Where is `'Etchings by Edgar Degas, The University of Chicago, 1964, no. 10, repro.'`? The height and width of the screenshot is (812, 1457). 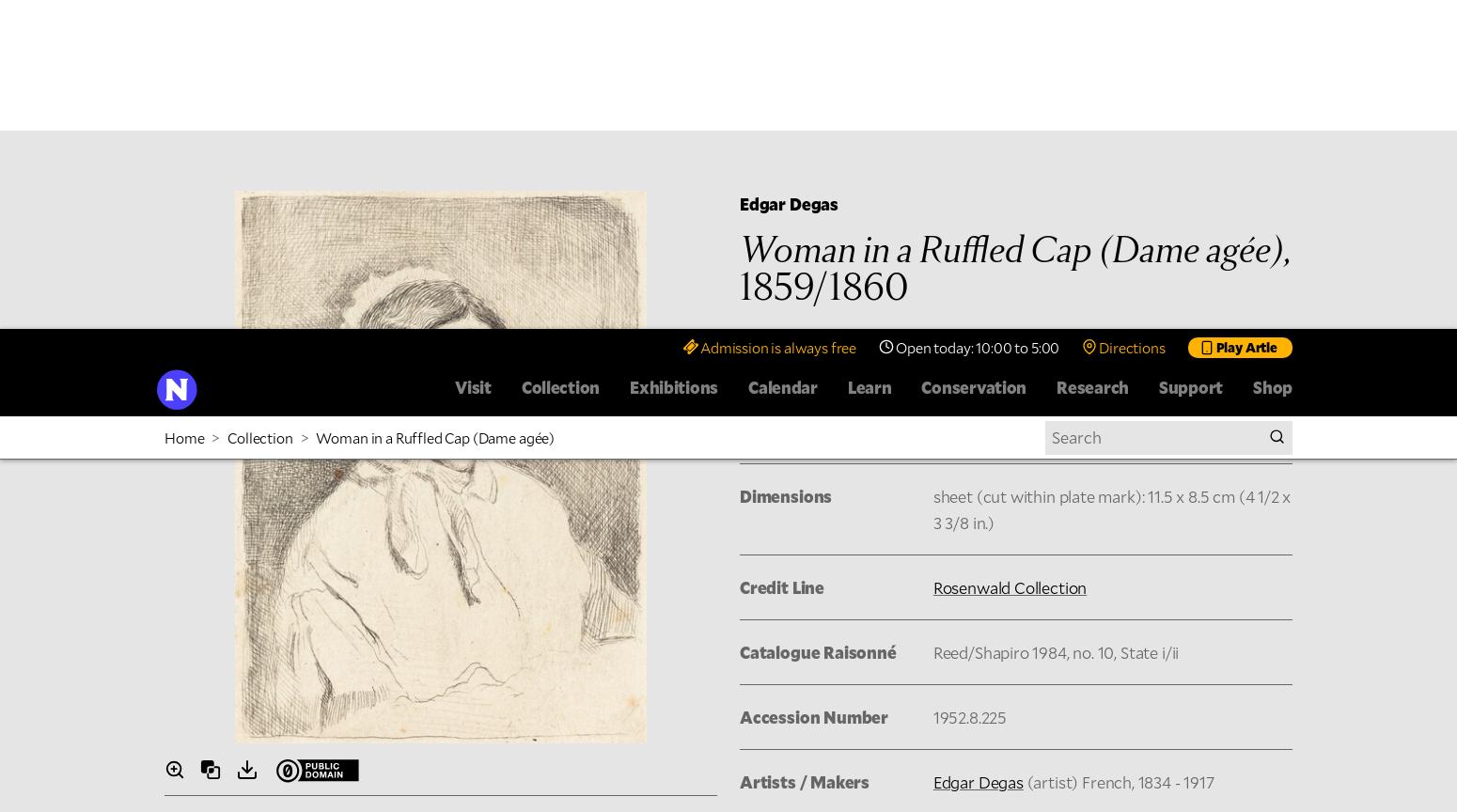
'Etchings by Edgar Degas, The University of Chicago, 1964, no. 10, repro.' is located at coordinates (707, 567).